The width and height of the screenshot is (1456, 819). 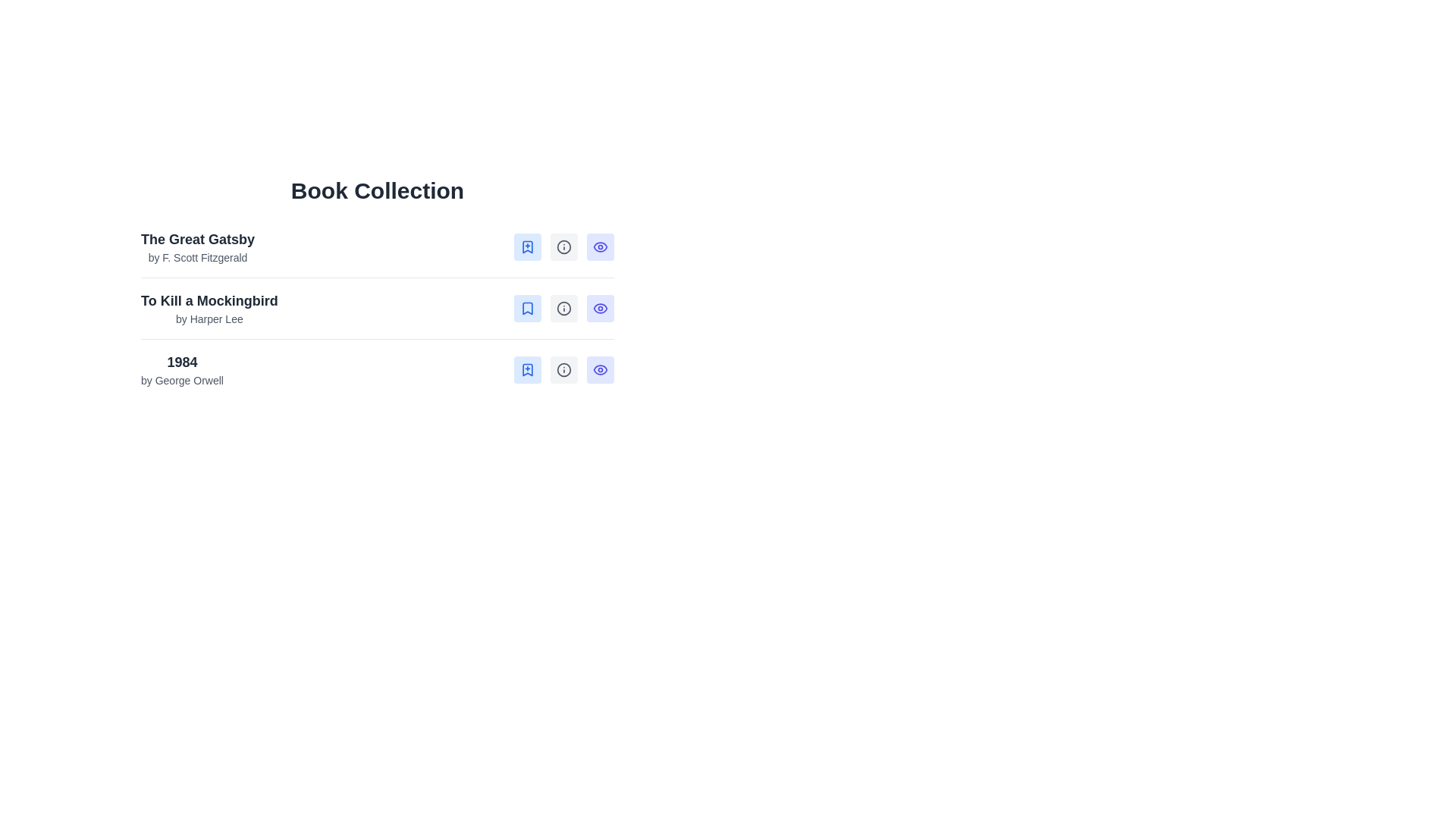 I want to click on the information display element for the second book entry in the 'Book Collection' list, which shows the title and author, located between 'The Great Gatsby' and '1984.', so click(x=378, y=289).